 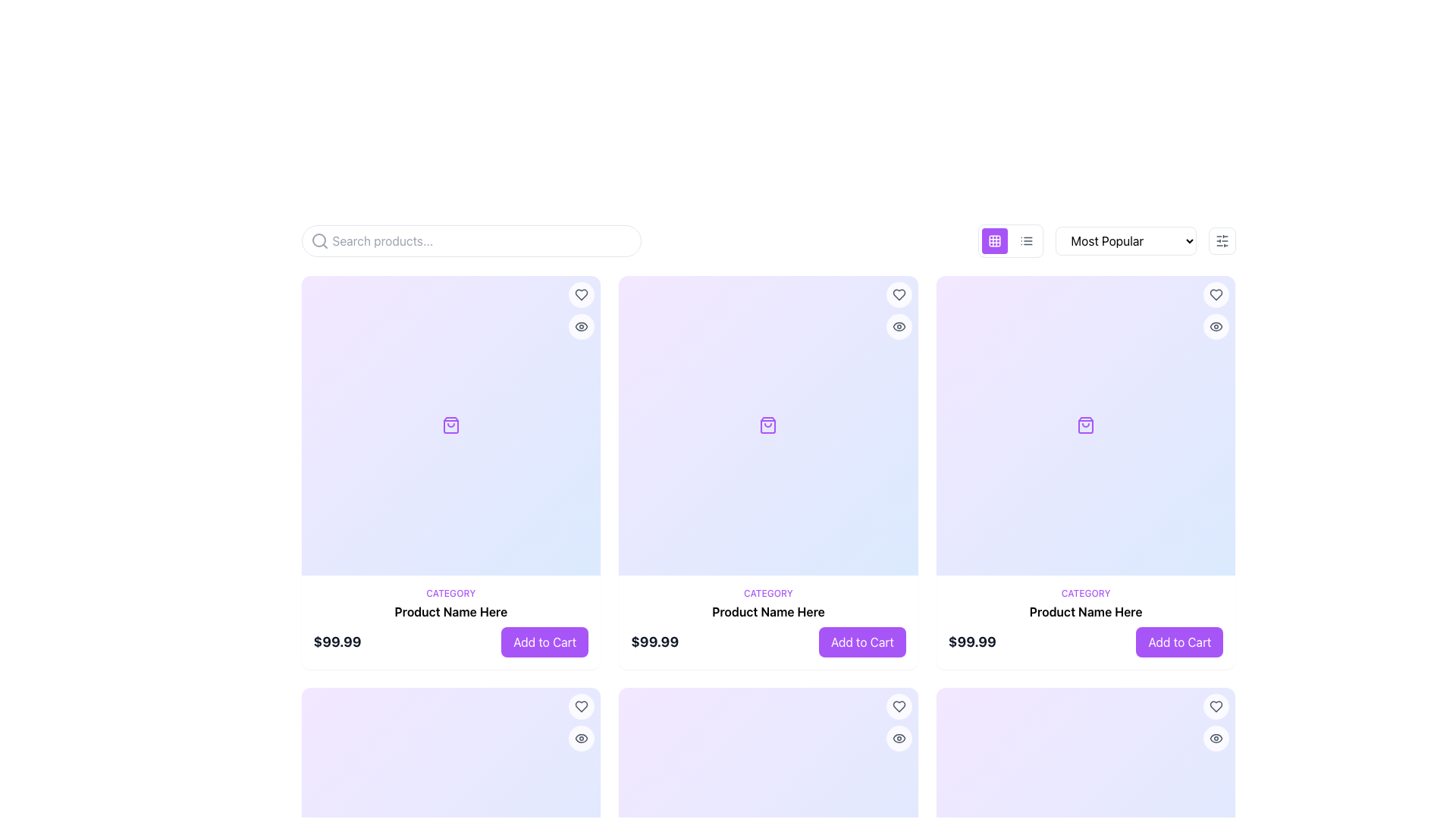 What do you see at coordinates (581, 295) in the screenshot?
I see `the heart icon in the top-right corner of the product card to mark the item as favorite` at bounding box center [581, 295].